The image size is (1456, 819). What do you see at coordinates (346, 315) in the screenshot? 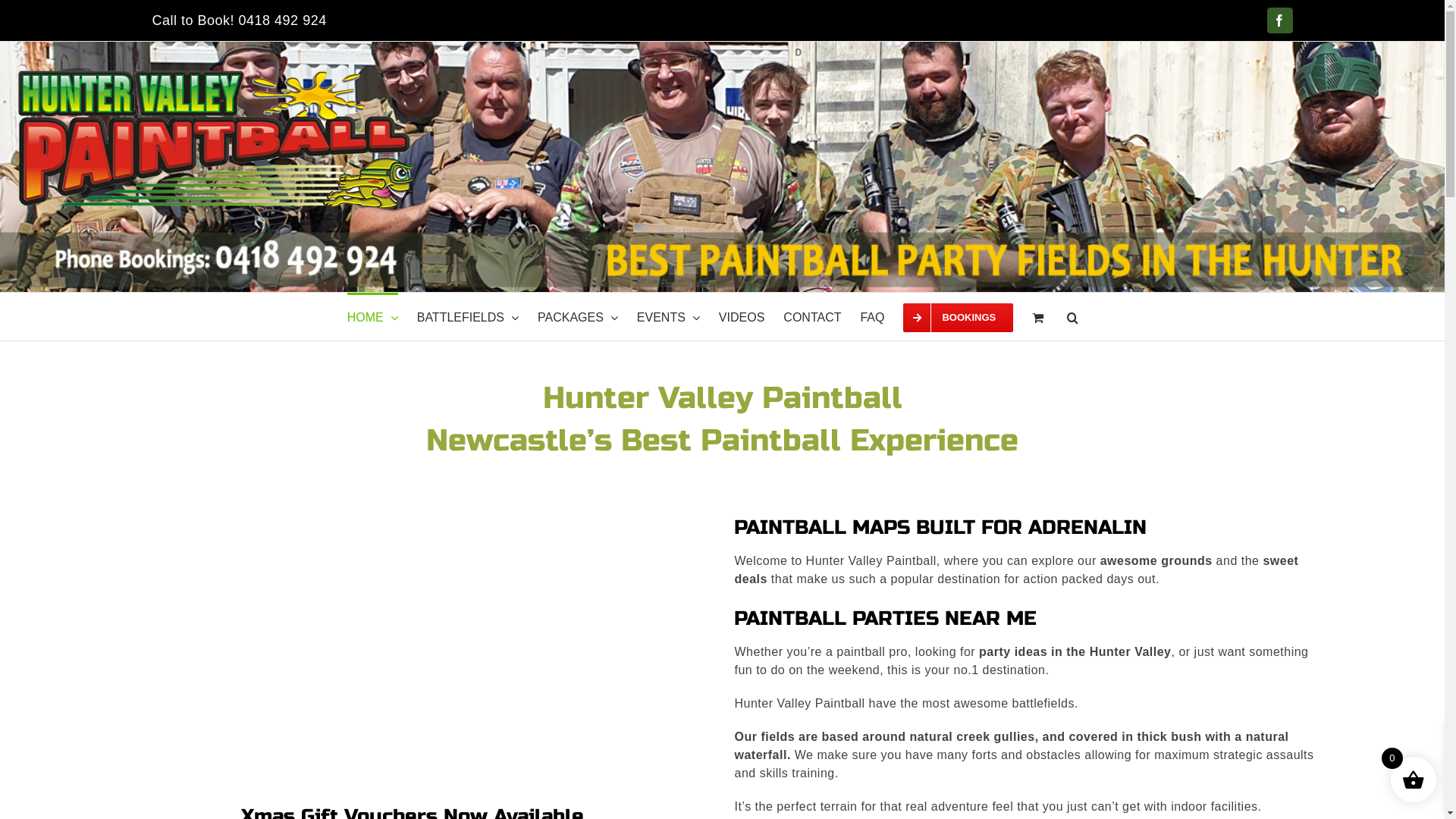
I see `'HOME'` at bounding box center [346, 315].